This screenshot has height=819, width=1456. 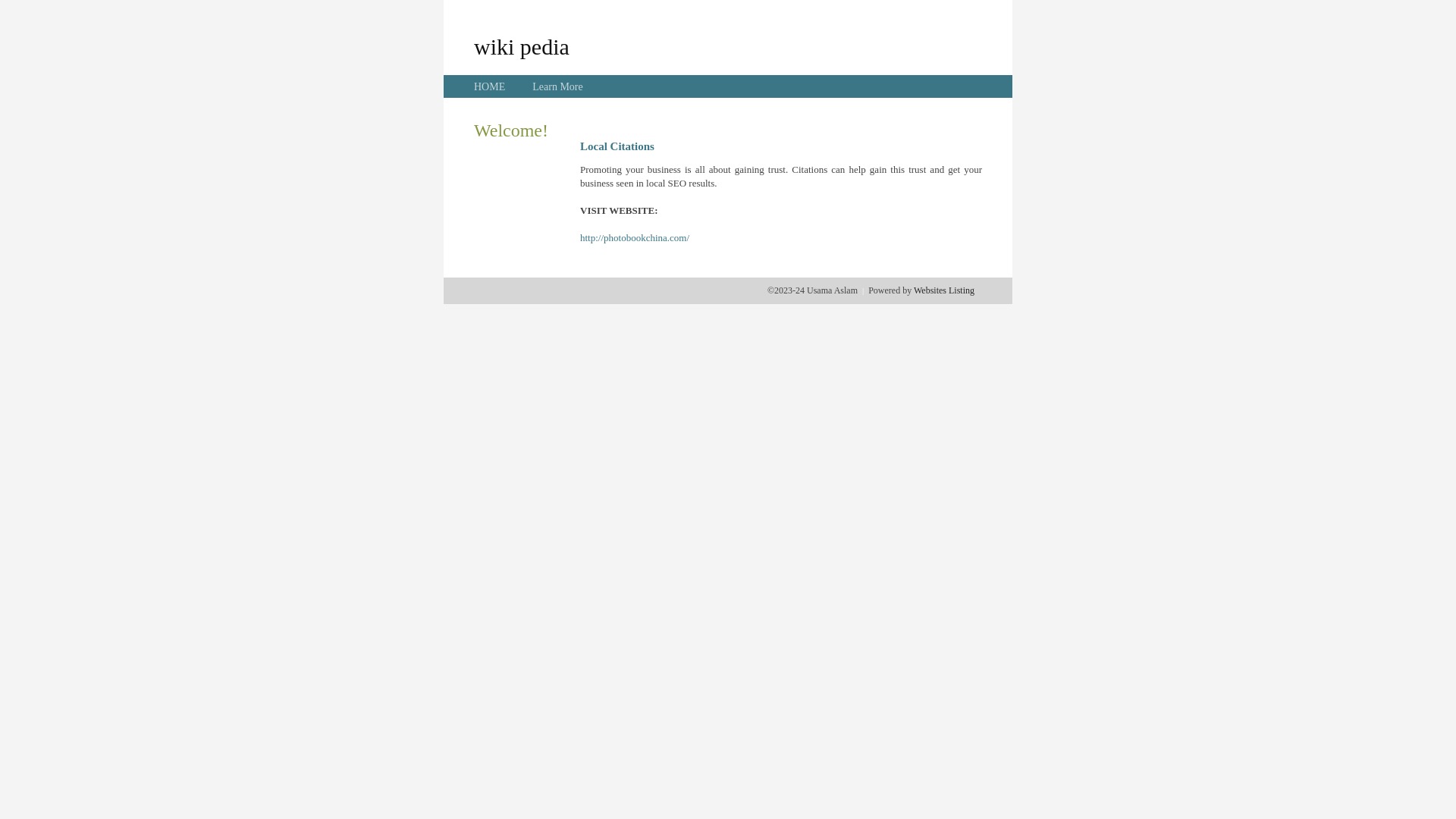 What do you see at coordinates (943, 290) in the screenshot?
I see `'Websites Listing'` at bounding box center [943, 290].